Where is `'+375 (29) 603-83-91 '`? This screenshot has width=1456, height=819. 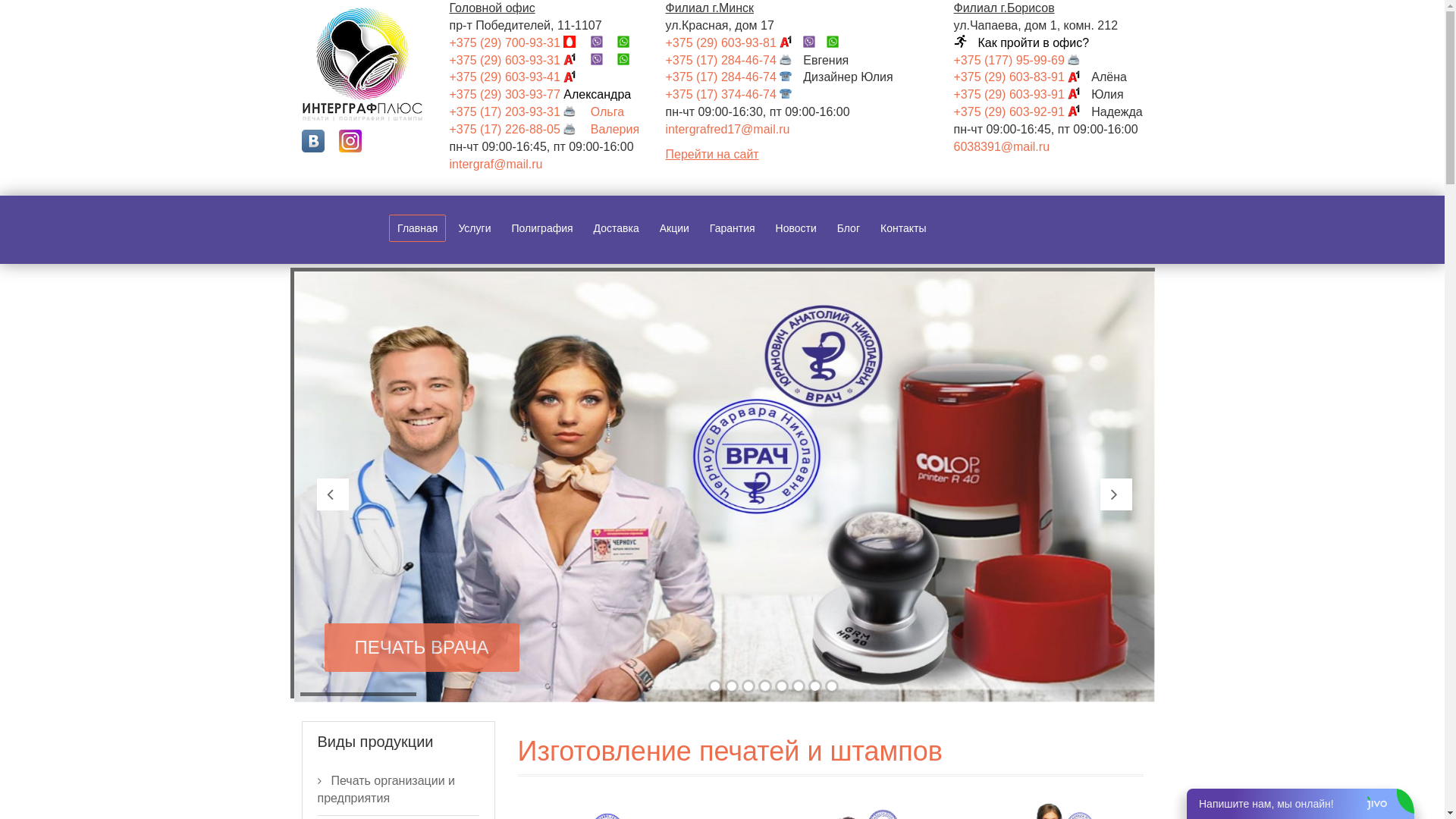
'+375 (29) 603-83-91 ' is located at coordinates (1022, 77).